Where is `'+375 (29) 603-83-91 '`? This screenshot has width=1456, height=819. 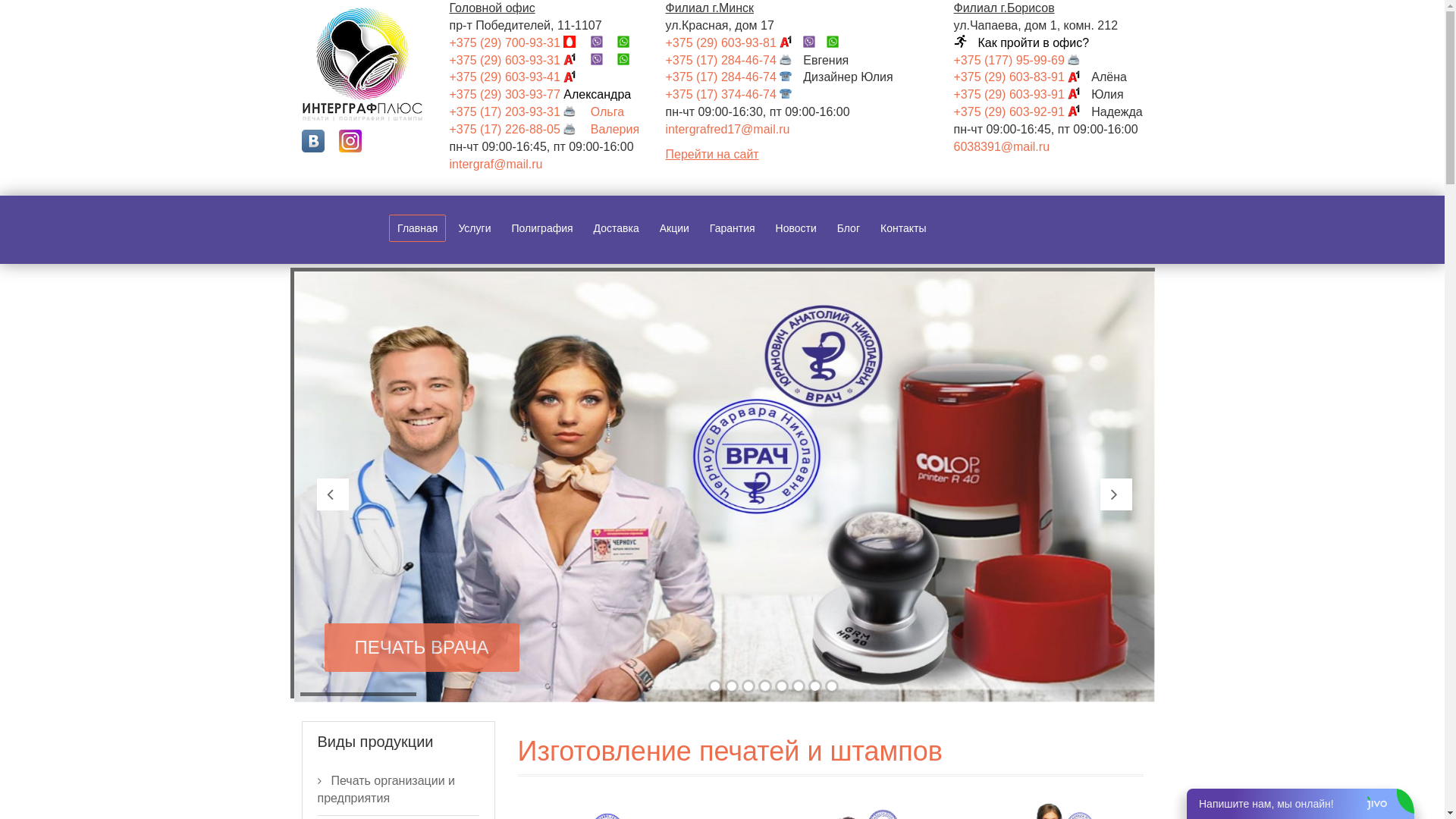
'+375 (29) 603-83-91 ' is located at coordinates (1022, 77).